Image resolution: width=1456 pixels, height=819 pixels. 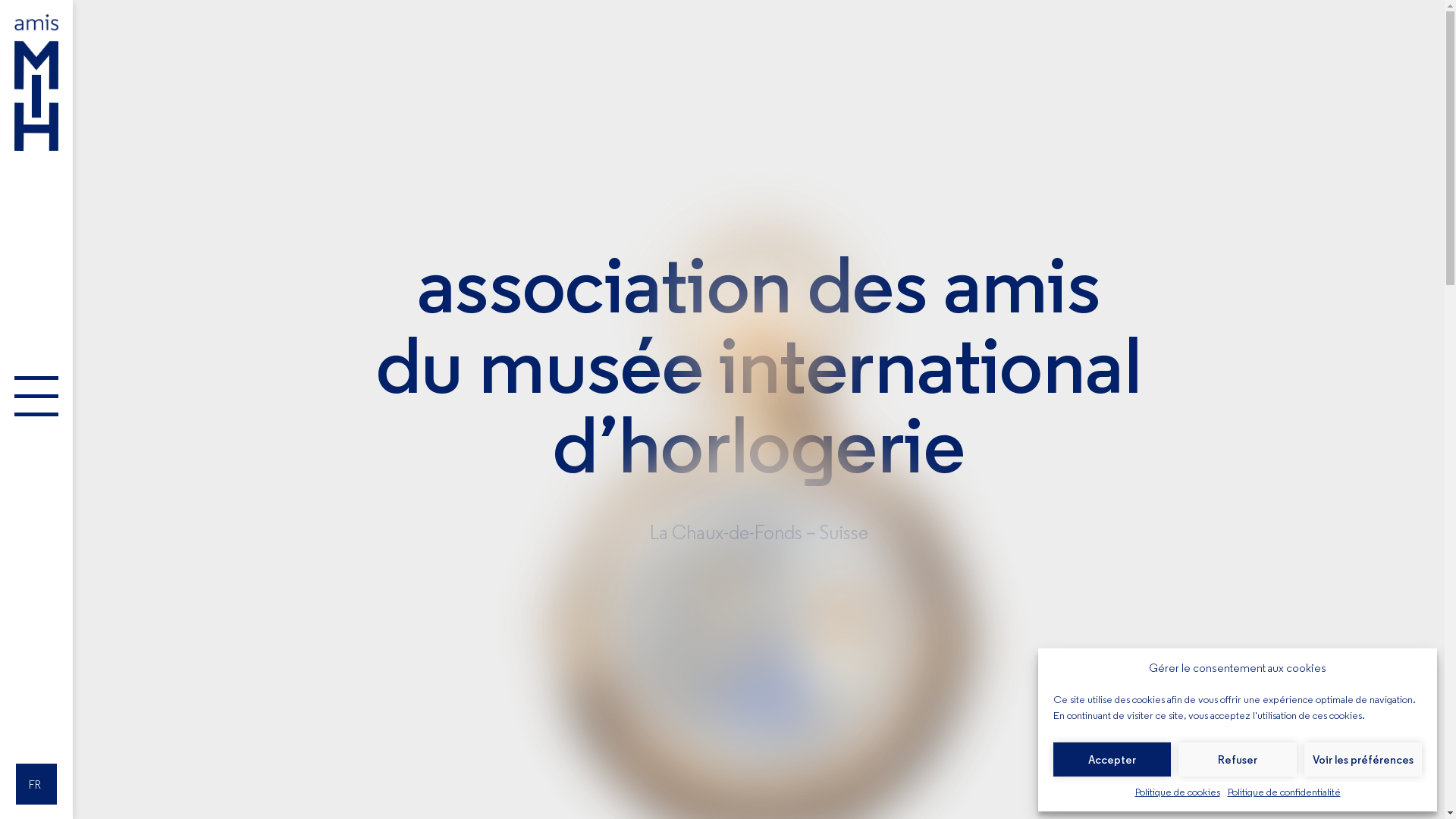 What do you see at coordinates (1175, 791) in the screenshot?
I see `'Politique de cookies'` at bounding box center [1175, 791].